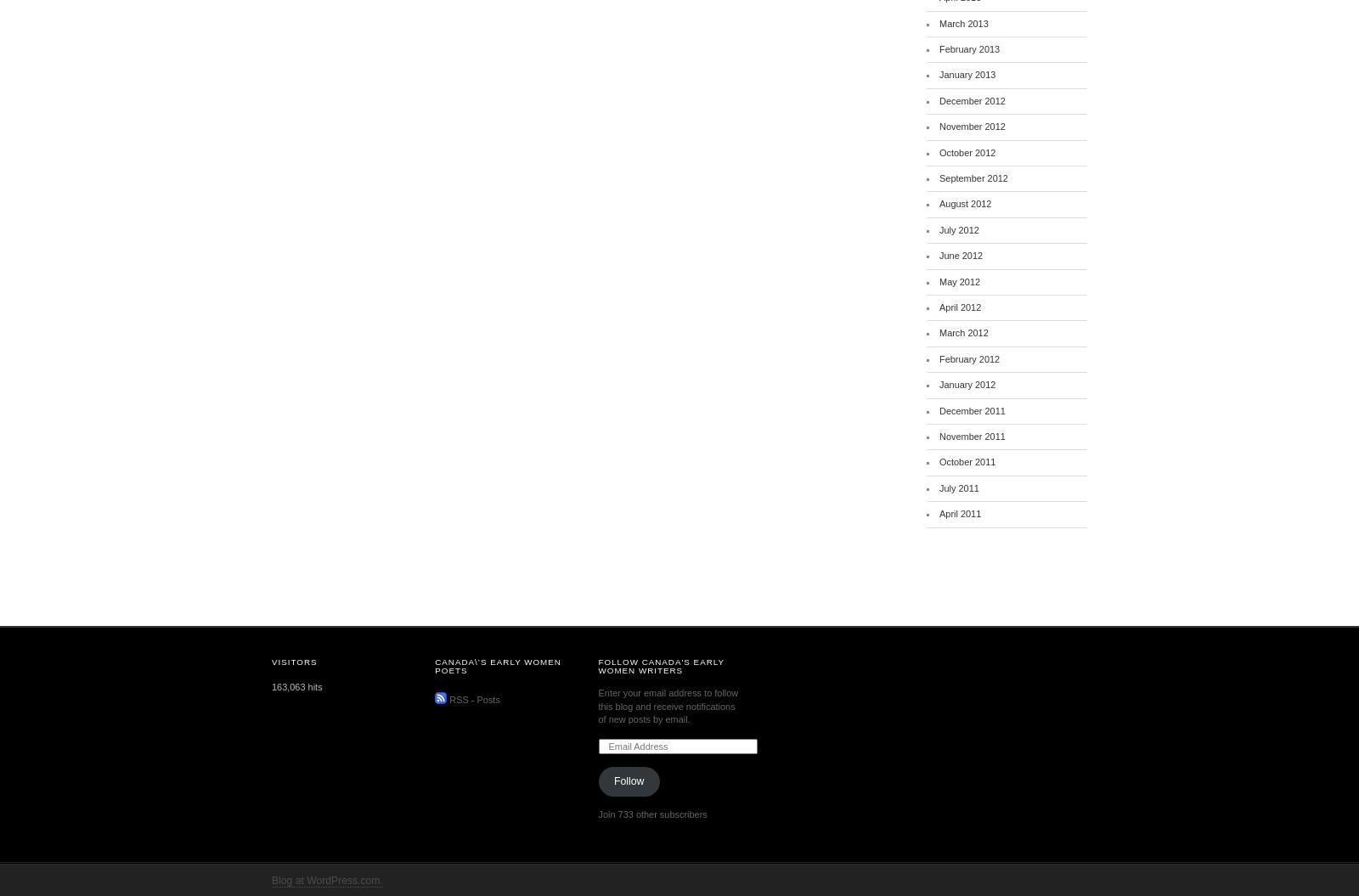 The image size is (1359, 896). Describe the element at coordinates (496, 664) in the screenshot. I see `'Canada\’s Early Women Poets'` at that location.